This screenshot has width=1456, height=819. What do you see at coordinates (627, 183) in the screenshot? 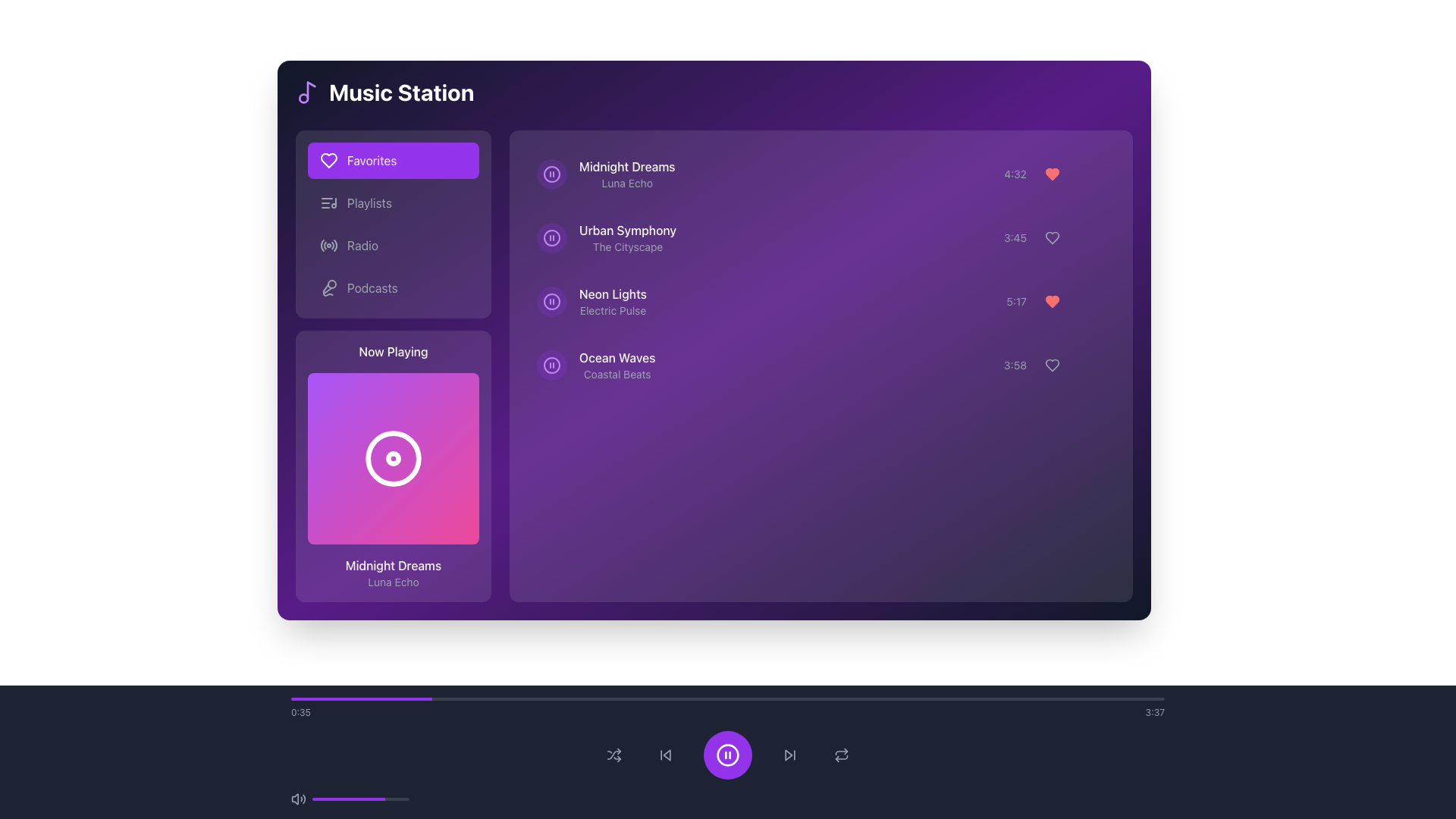
I see `the text label that serves as a subtitle for the song title 'Midnight Dreams', positioned in the top-right section of the song list` at bounding box center [627, 183].